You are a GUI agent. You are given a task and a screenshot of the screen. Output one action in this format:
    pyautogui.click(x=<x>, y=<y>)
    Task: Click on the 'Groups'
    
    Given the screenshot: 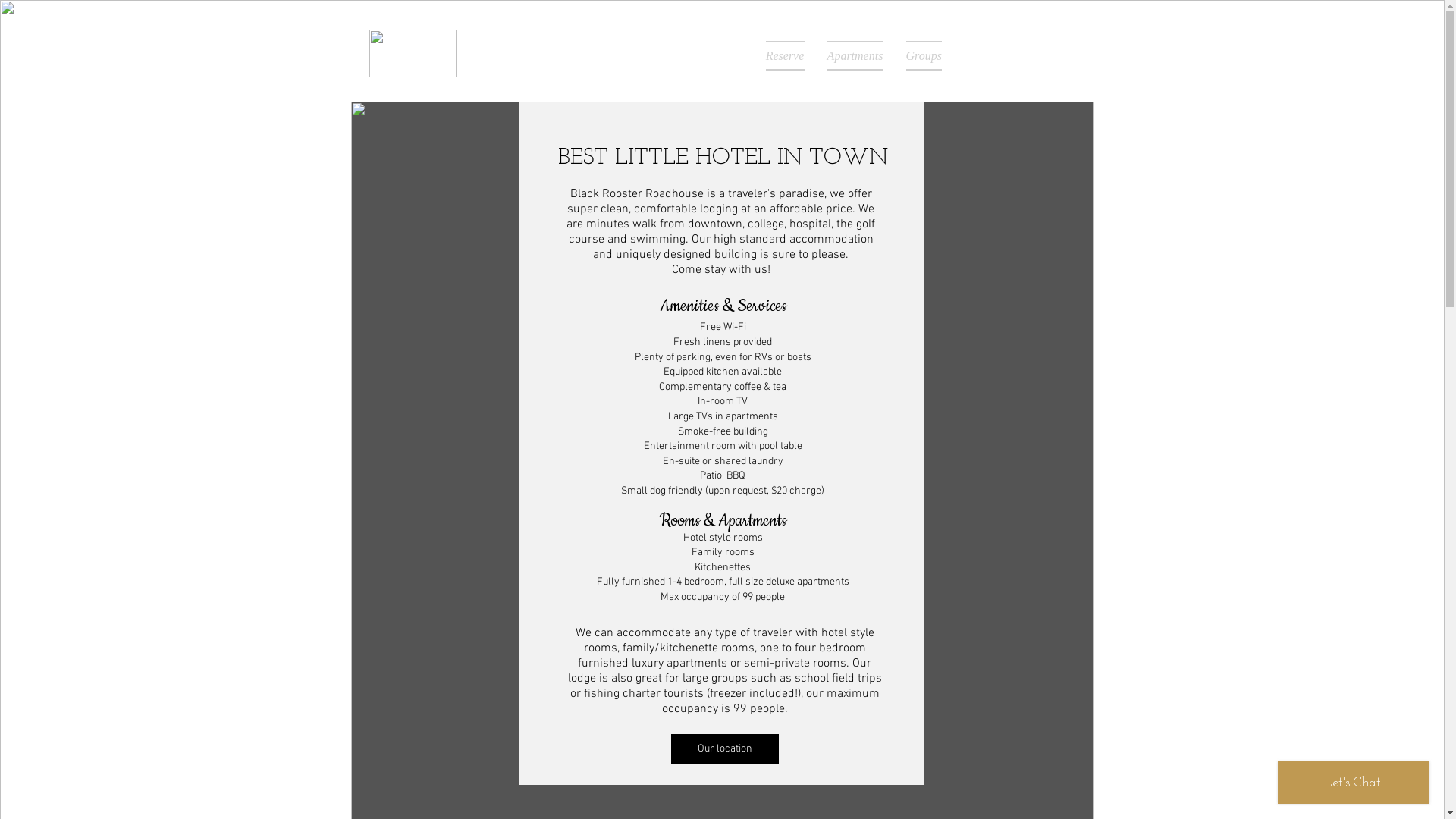 What is the action you would take?
    pyautogui.click(x=895, y=55)
    